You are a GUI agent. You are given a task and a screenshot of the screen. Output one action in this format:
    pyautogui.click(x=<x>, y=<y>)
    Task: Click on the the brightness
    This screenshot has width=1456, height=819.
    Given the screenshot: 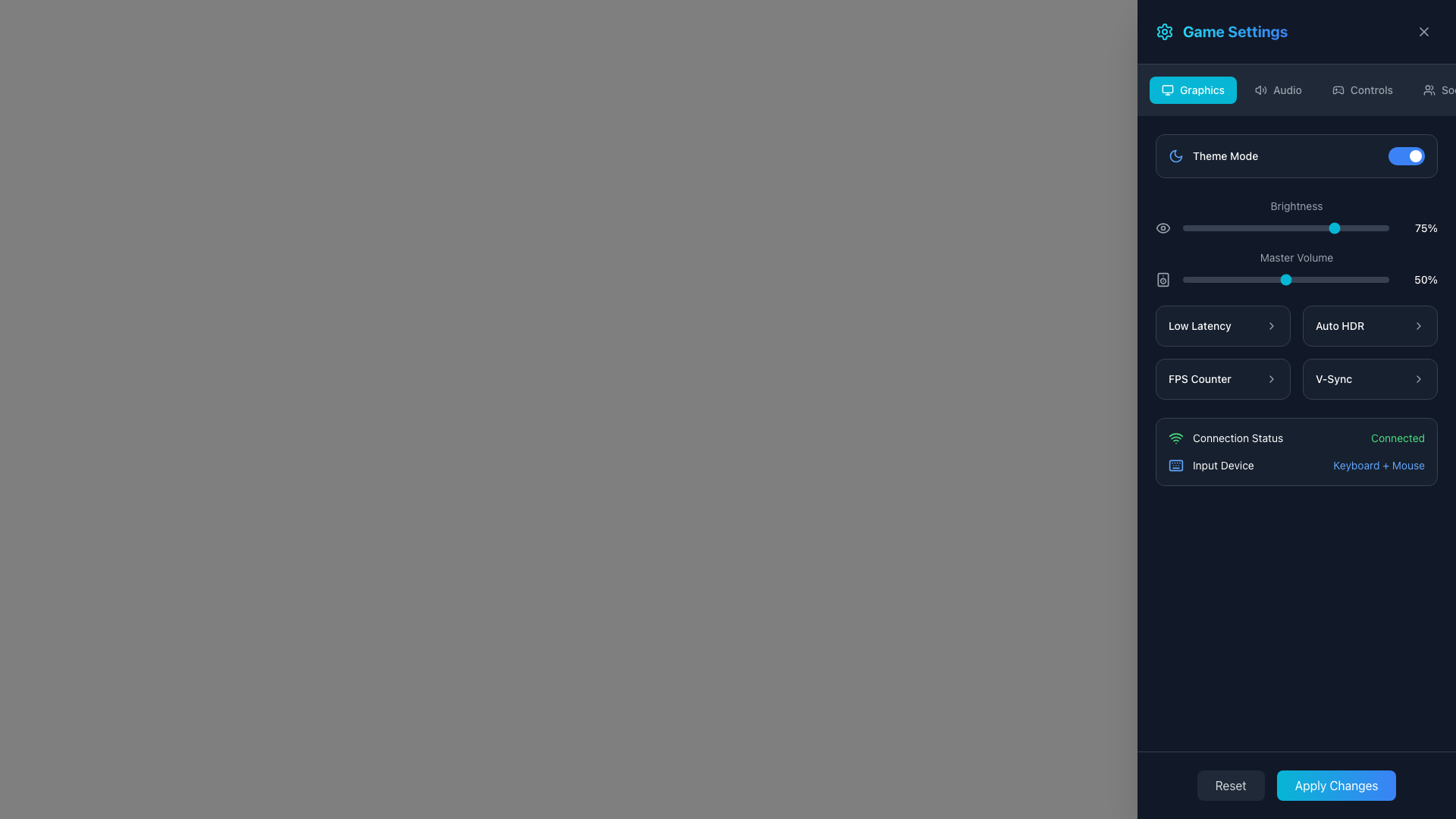 What is the action you would take?
    pyautogui.click(x=1257, y=227)
    